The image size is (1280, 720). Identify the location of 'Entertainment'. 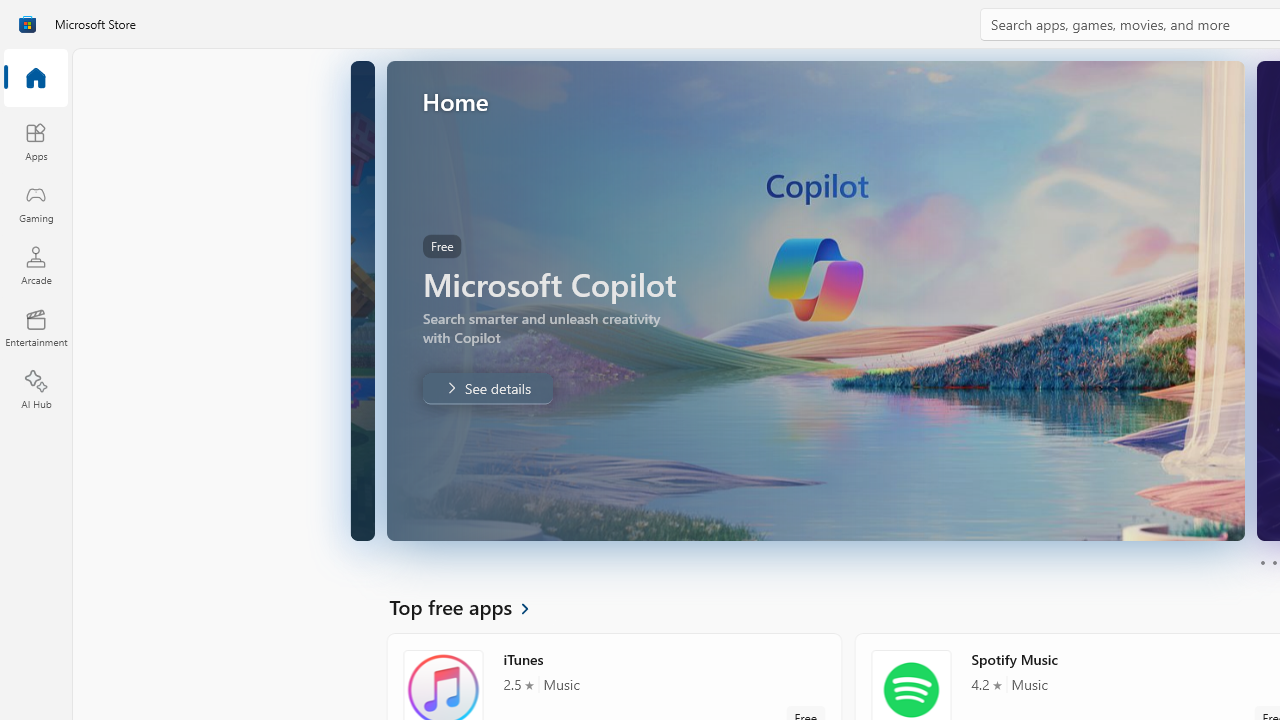
(35, 326).